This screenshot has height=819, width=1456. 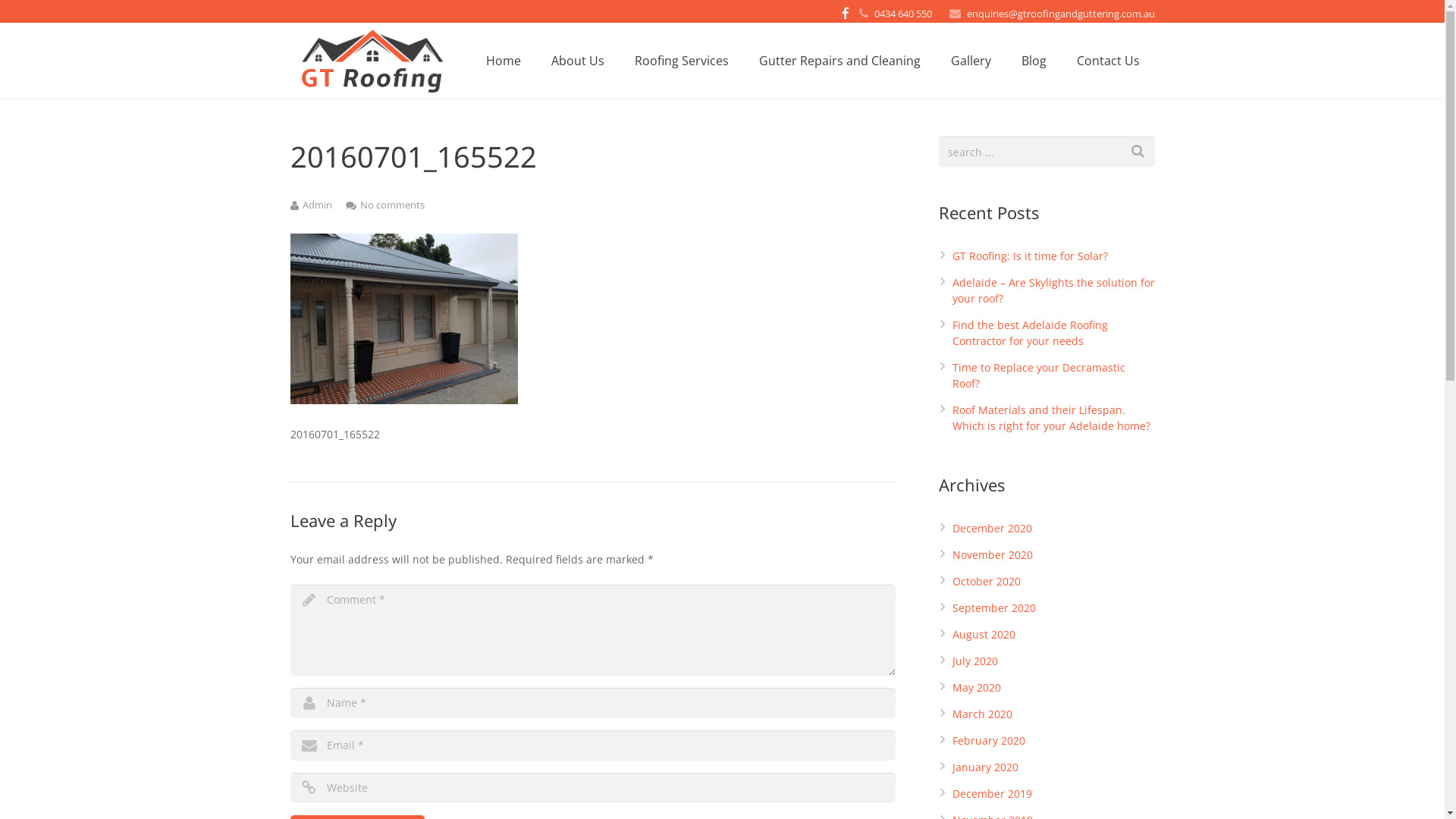 What do you see at coordinates (982, 714) in the screenshot?
I see `'March 2020'` at bounding box center [982, 714].